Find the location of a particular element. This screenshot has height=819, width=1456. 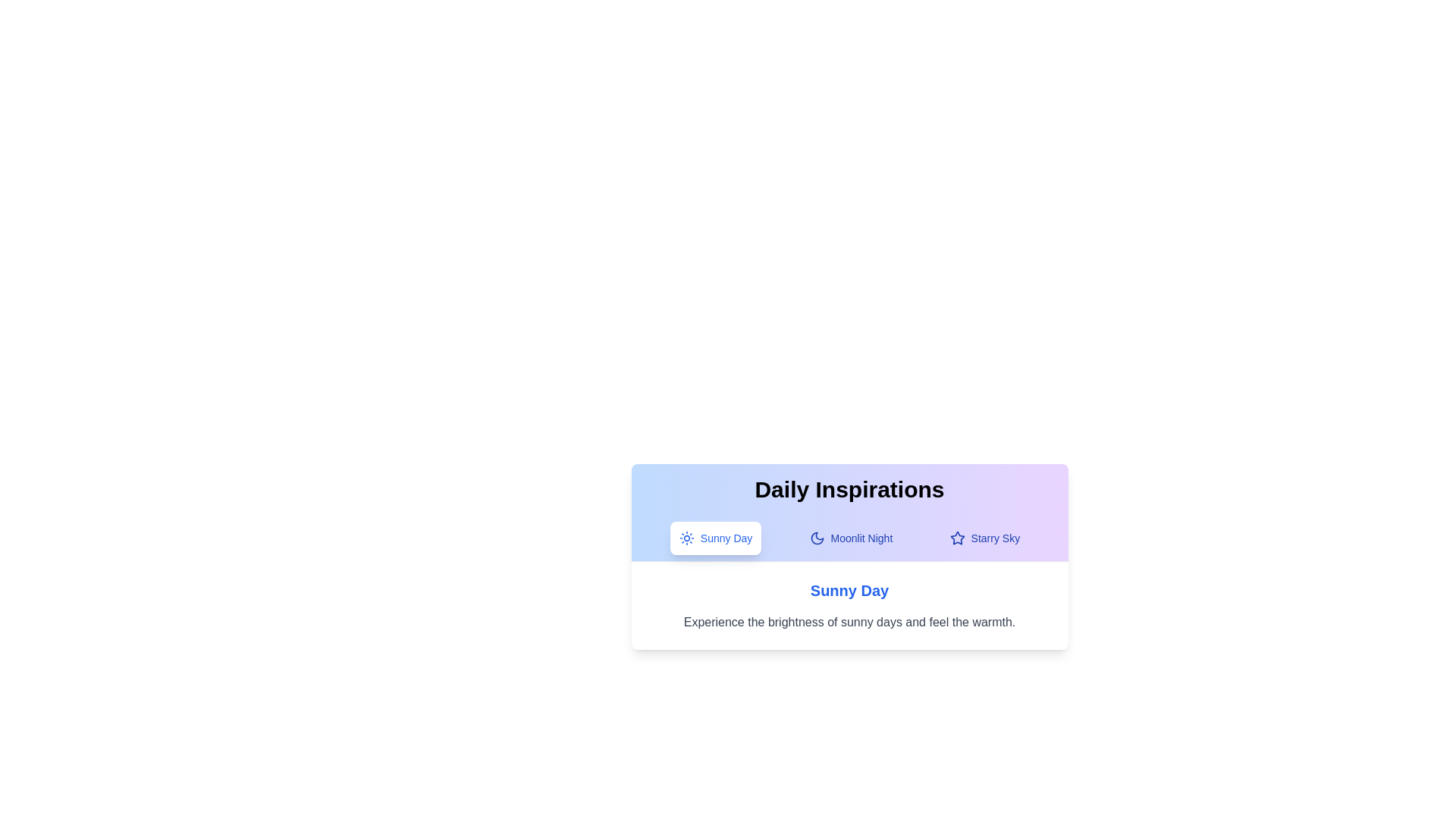

the tab Starry Sky by clicking its button is located at coordinates (984, 537).